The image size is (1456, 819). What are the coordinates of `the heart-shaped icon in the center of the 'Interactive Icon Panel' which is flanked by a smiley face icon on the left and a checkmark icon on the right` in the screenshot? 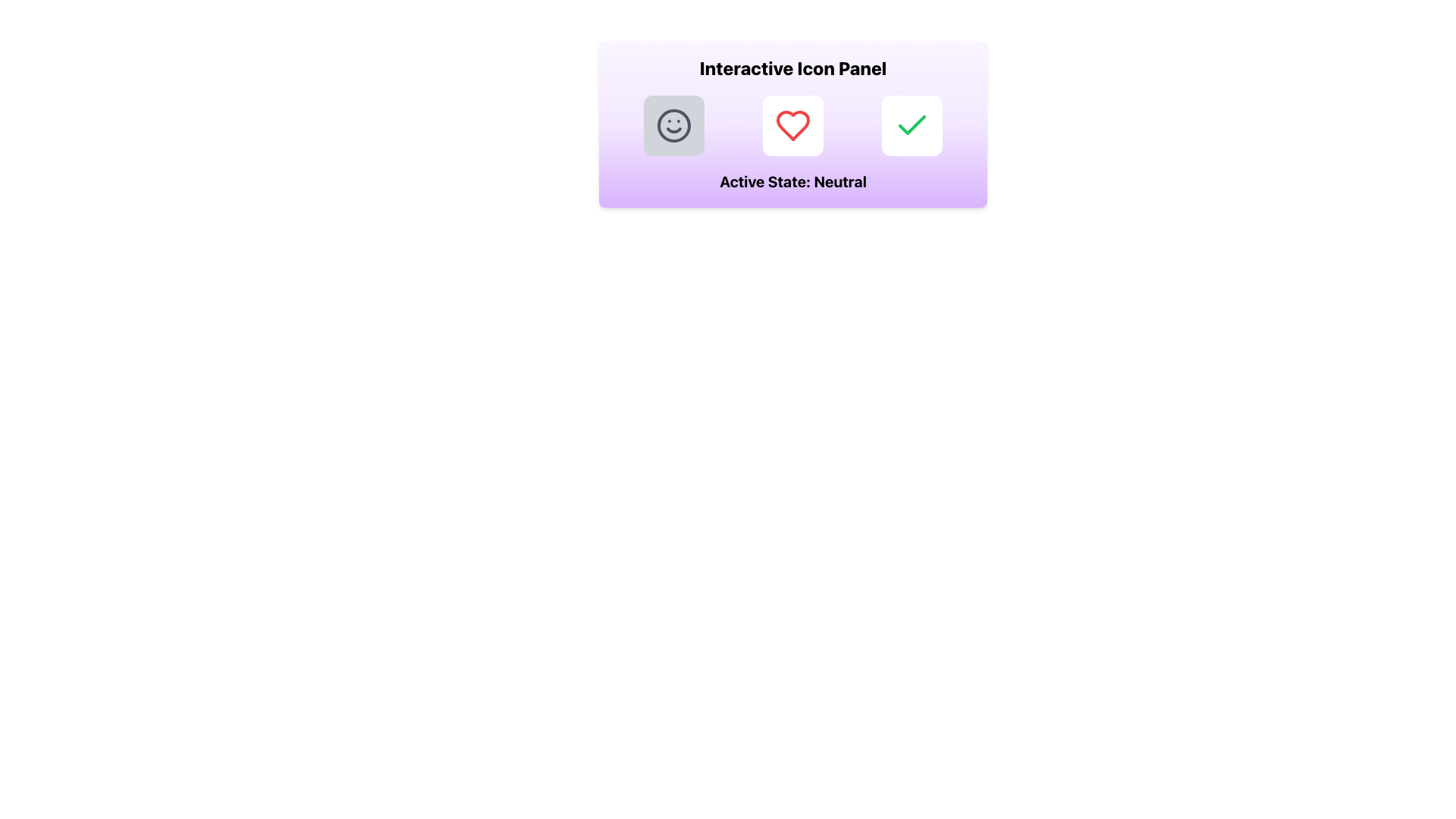 It's located at (792, 124).